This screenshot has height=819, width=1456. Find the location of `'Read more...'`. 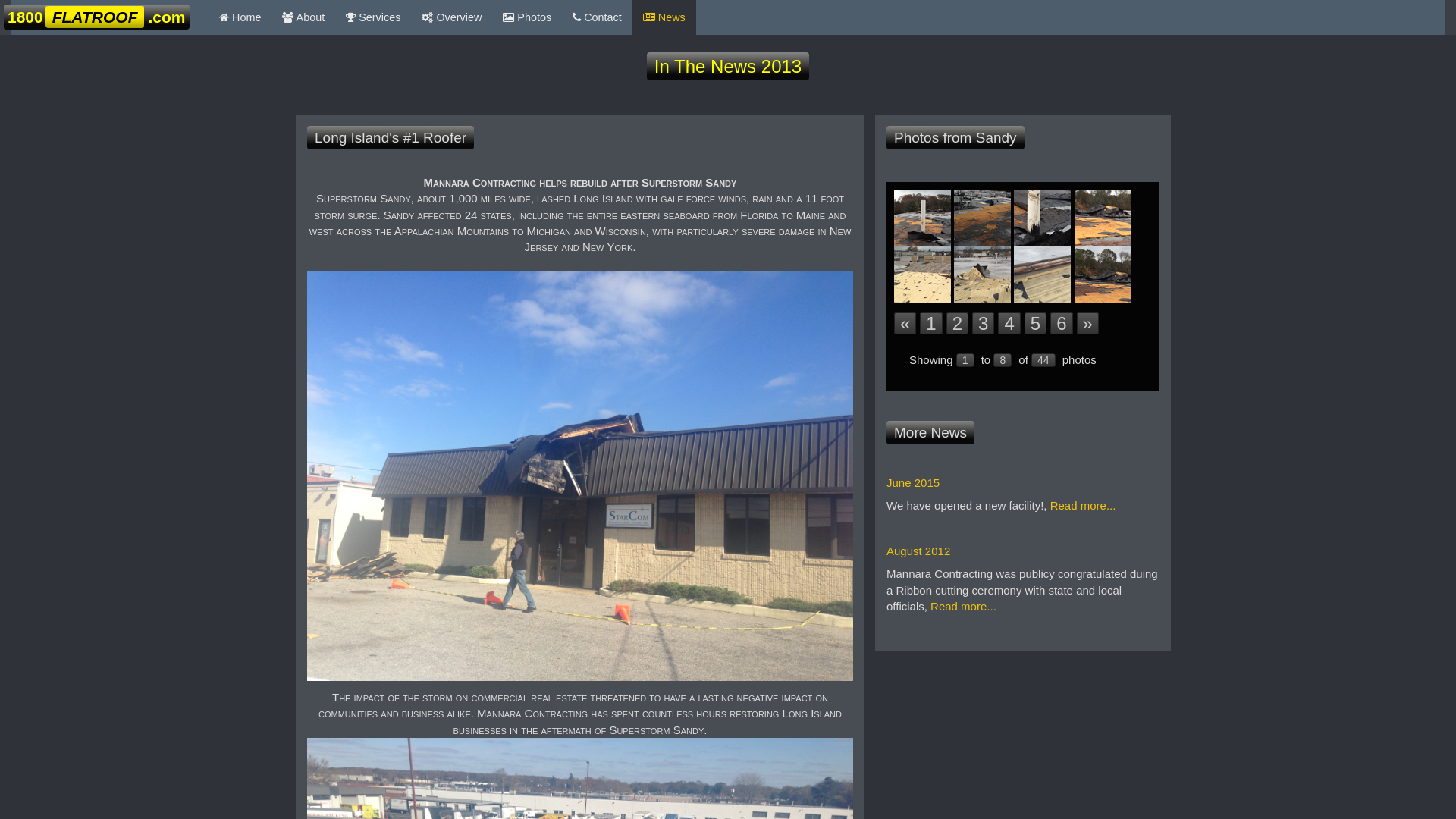

'Read more...' is located at coordinates (1082, 505).